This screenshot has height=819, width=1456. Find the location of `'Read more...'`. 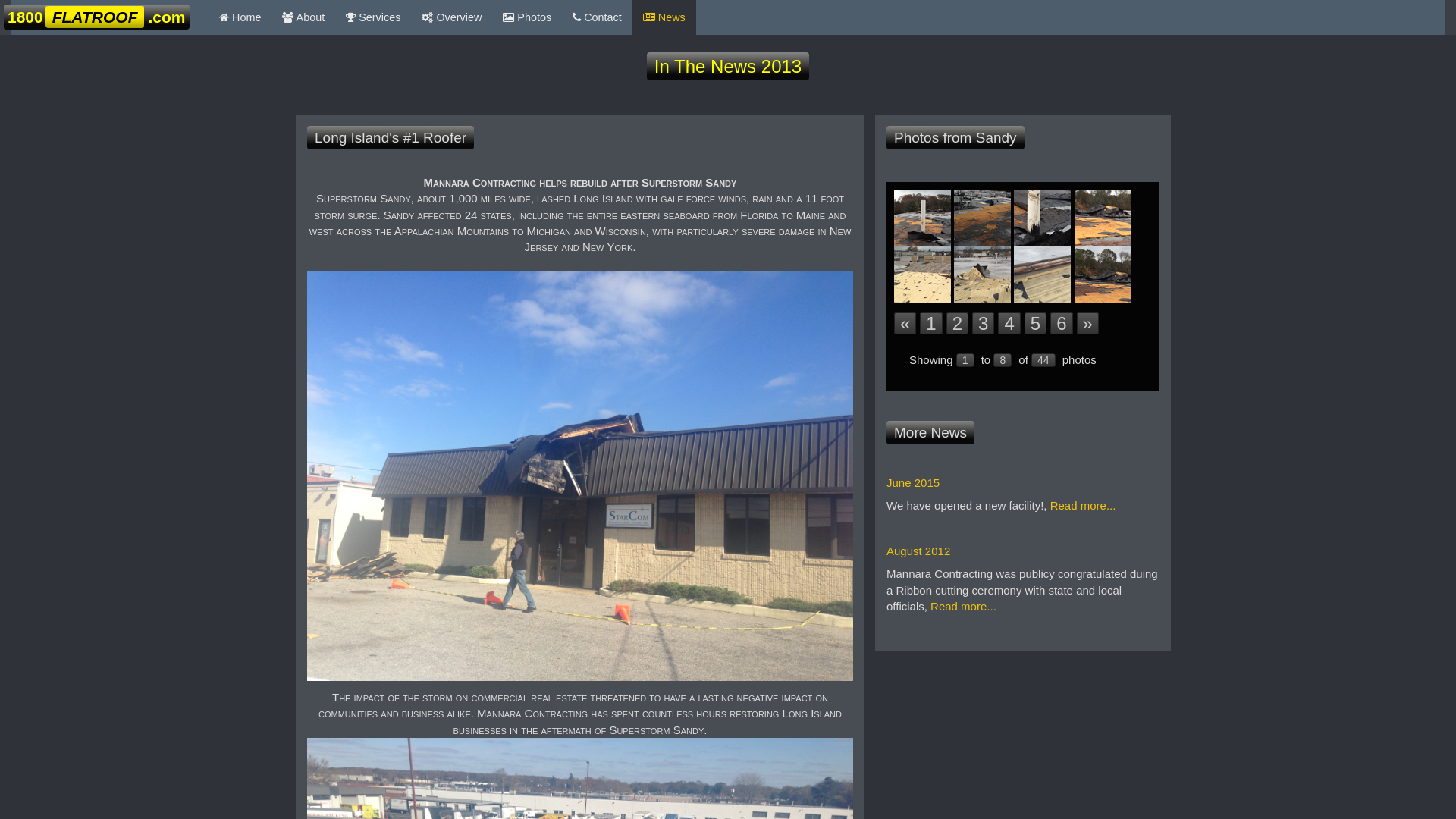

'Read more...' is located at coordinates (1082, 505).